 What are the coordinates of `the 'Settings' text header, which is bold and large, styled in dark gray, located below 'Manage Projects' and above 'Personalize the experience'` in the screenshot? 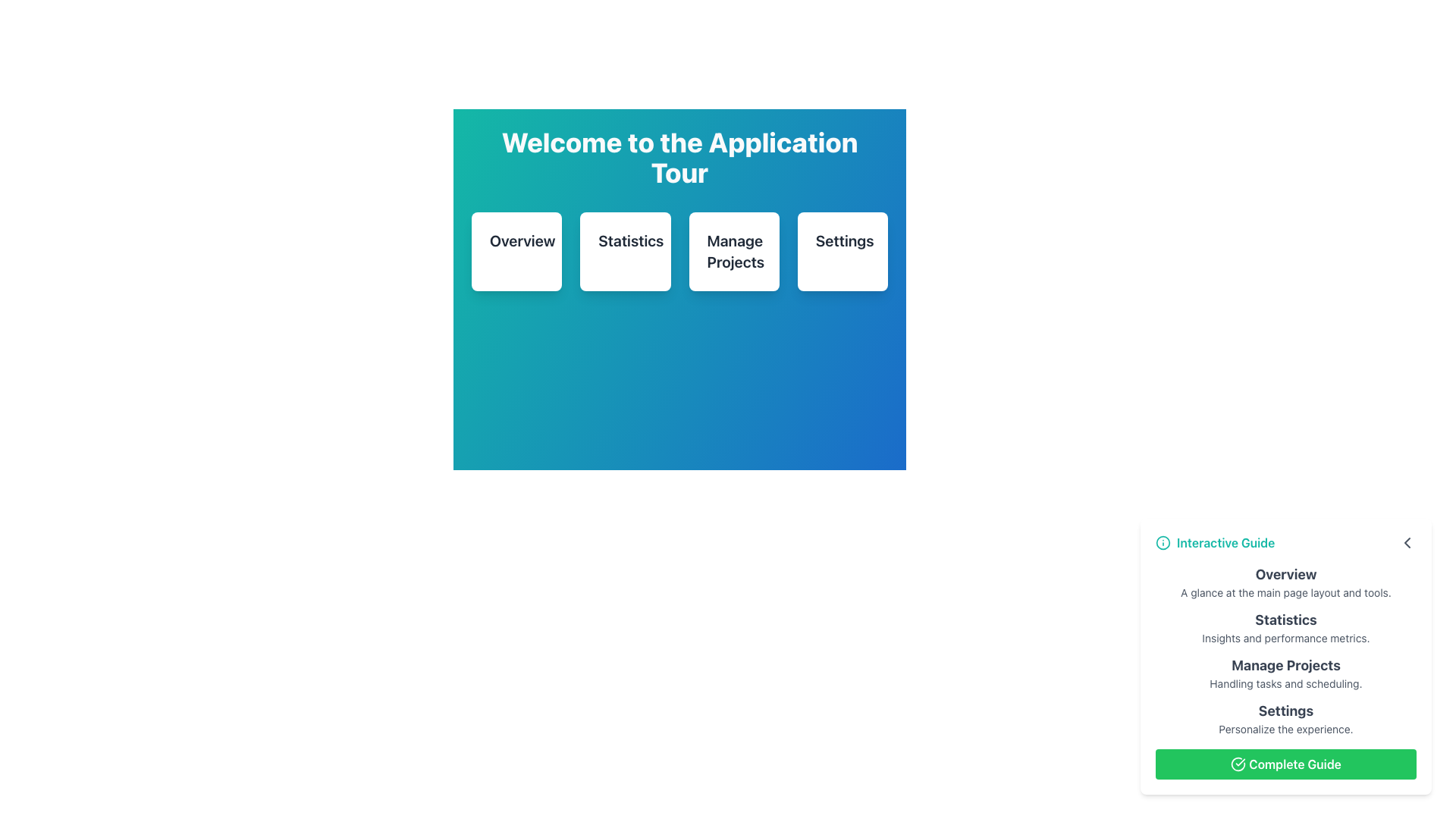 It's located at (1285, 711).